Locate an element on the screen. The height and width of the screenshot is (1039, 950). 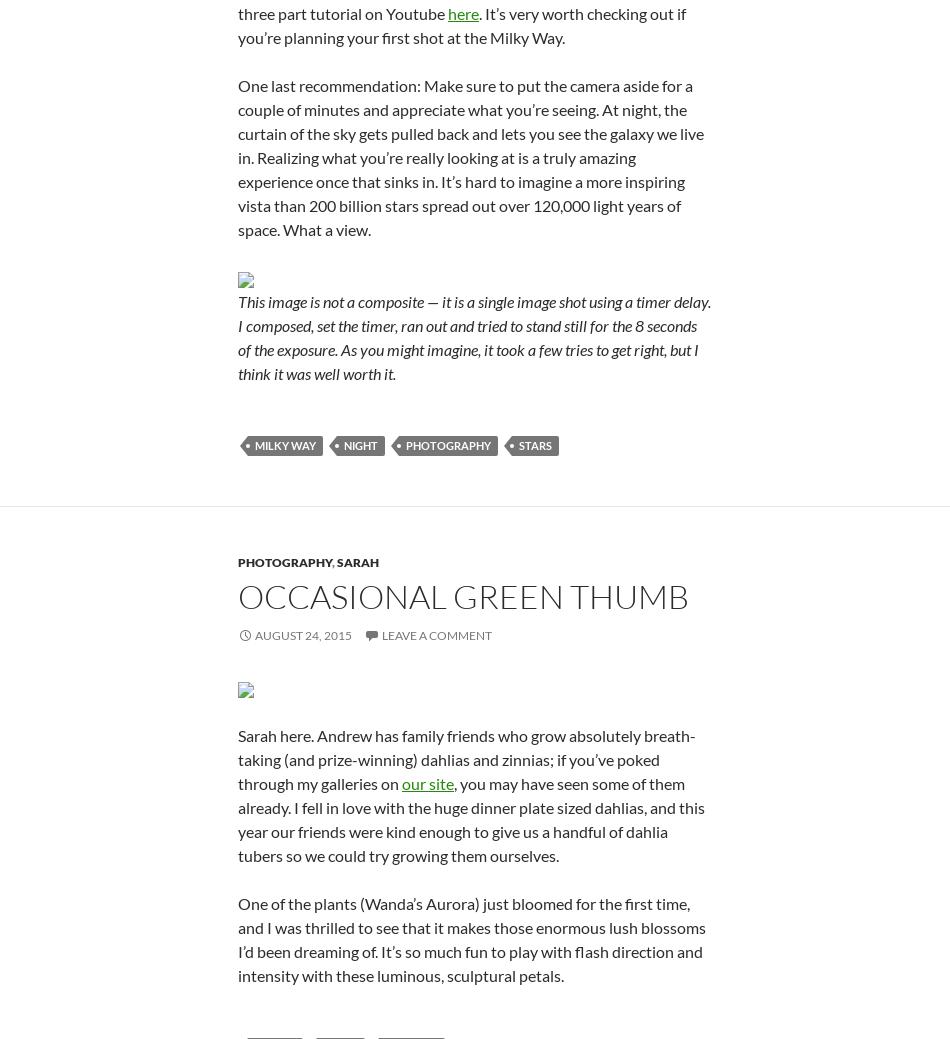
',' is located at coordinates (331, 561).